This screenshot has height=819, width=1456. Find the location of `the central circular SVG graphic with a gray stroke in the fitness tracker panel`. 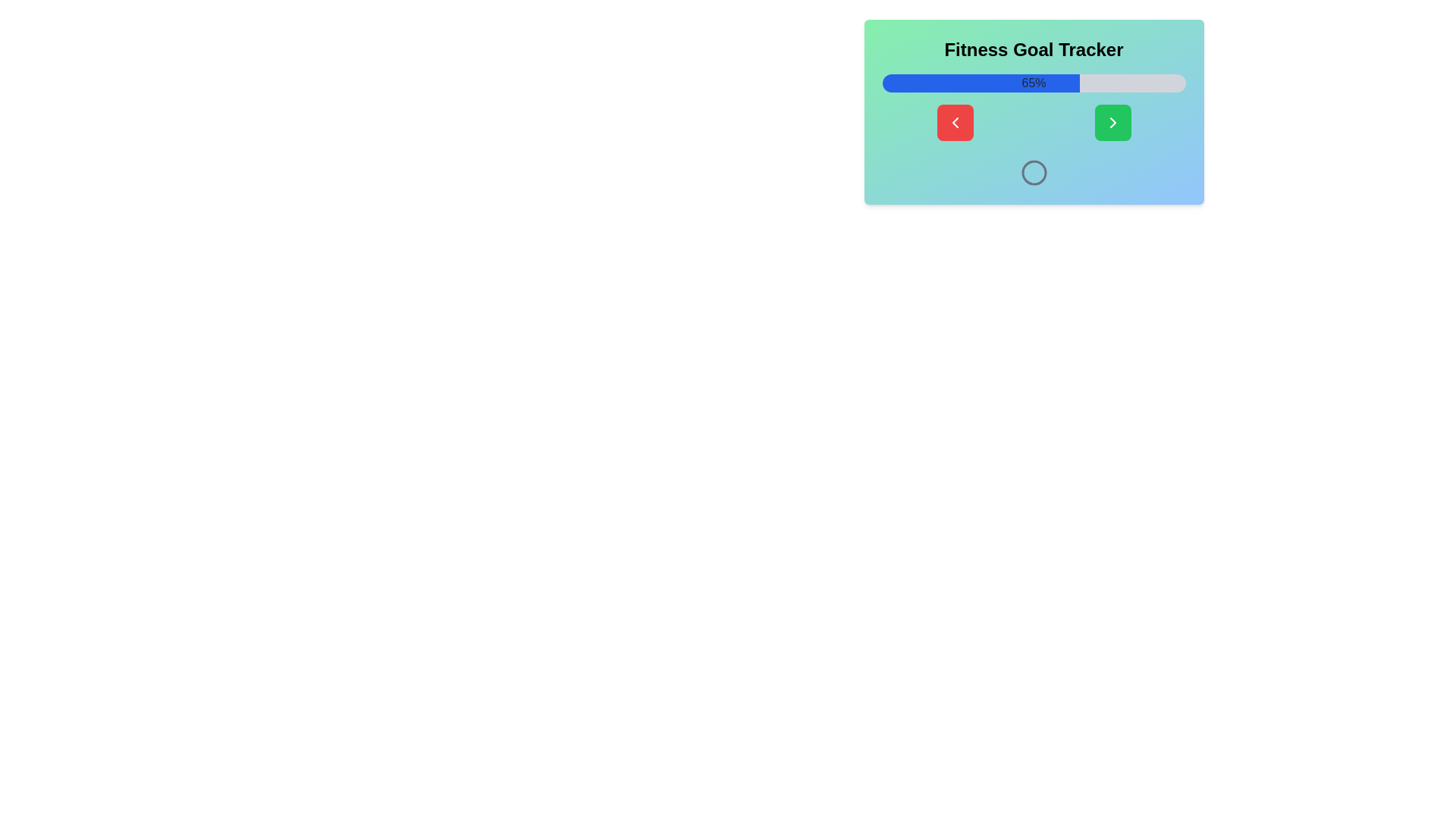

the central circular SVG graphic with a gray stroke in the fitness tracker panel is located at coordinates (1033, 171).